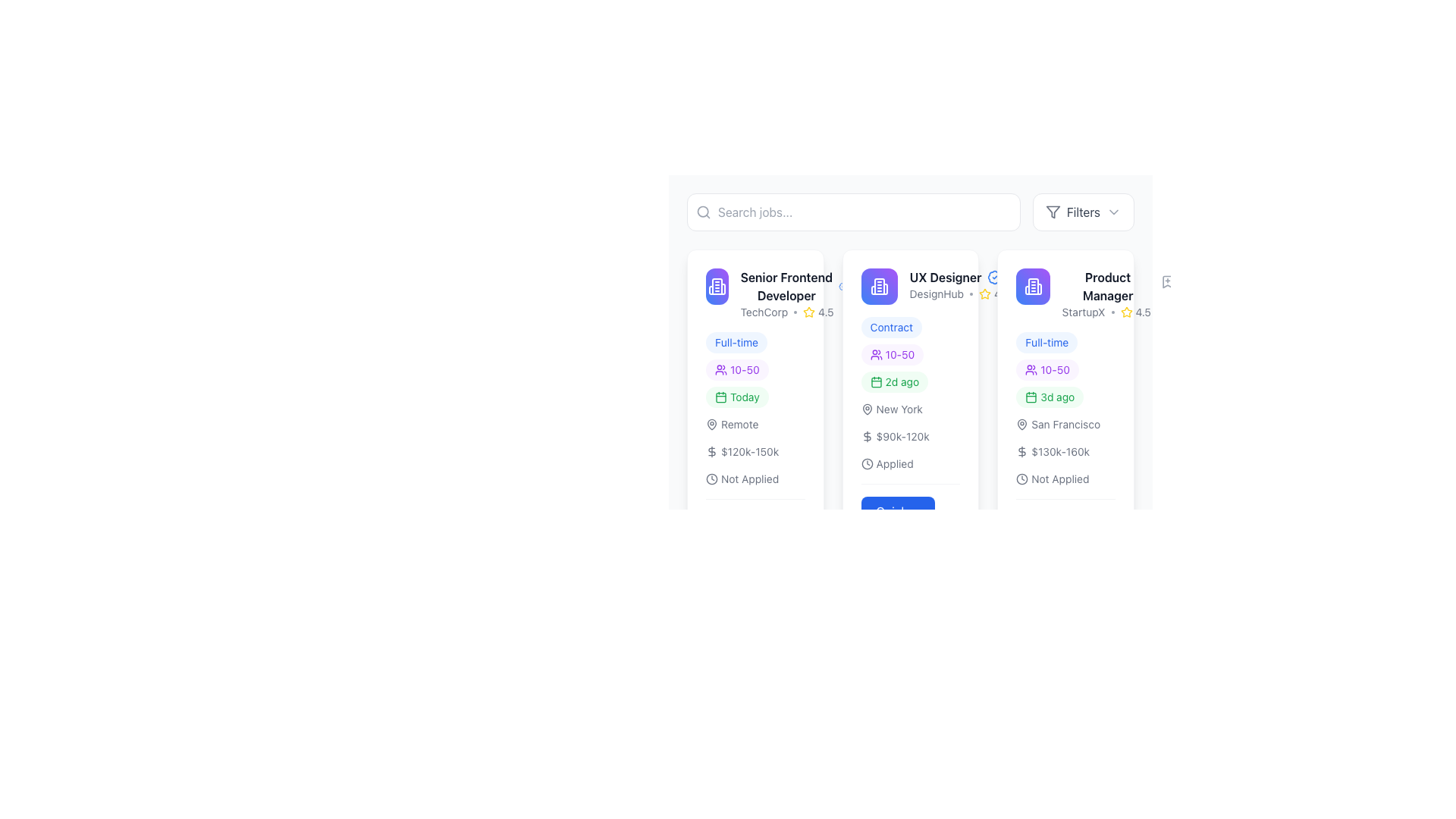 The image size is (1456, 819). I want to click on the informational badge indicating the job posting date for the 'Senior Frontend Developer' role, which is the third badge under the role title and company, so click(737, 397).